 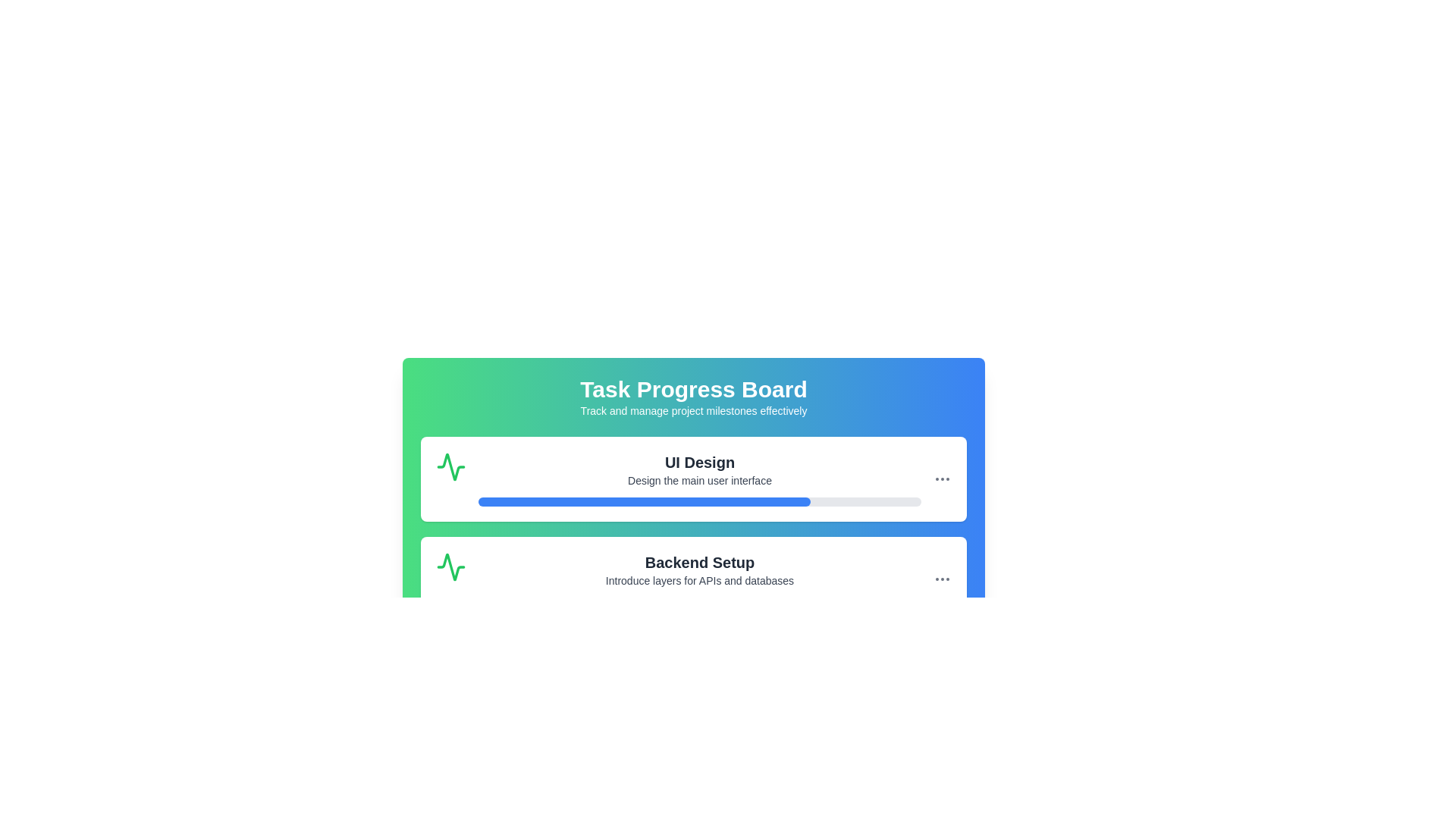 I want to click on the static decorative icon representing the task type or status within the 'Backend Setup' card, located in the left section adjacent to the text content, so click(x=450, y=567).